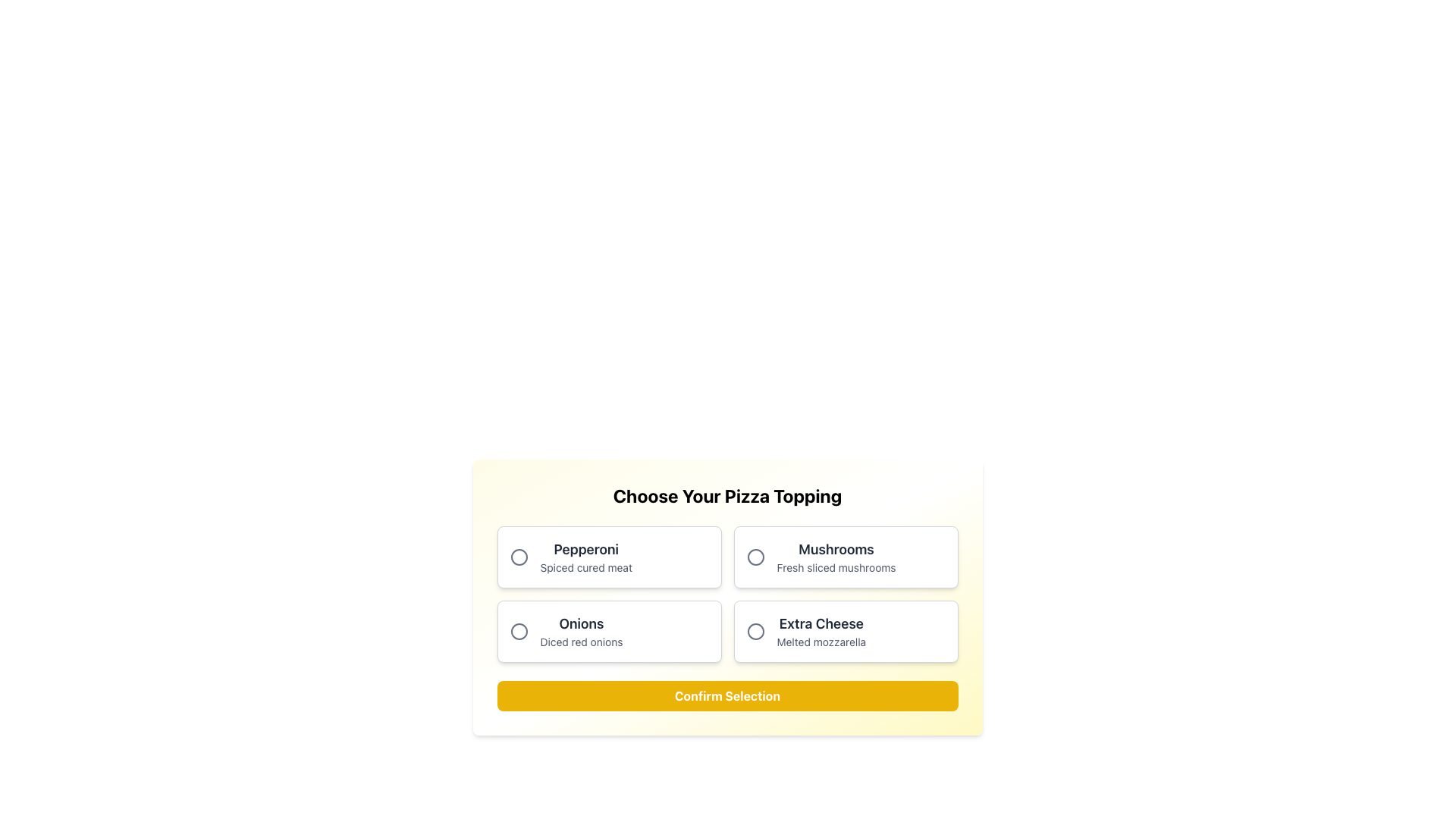 This screenshot has width=1456, height=819. I want to click on the static text label that reads 'Spiced cured meat', which is located underneath the bold text 'Pepperoni' in the pizza topping options section, so click(585, 567).